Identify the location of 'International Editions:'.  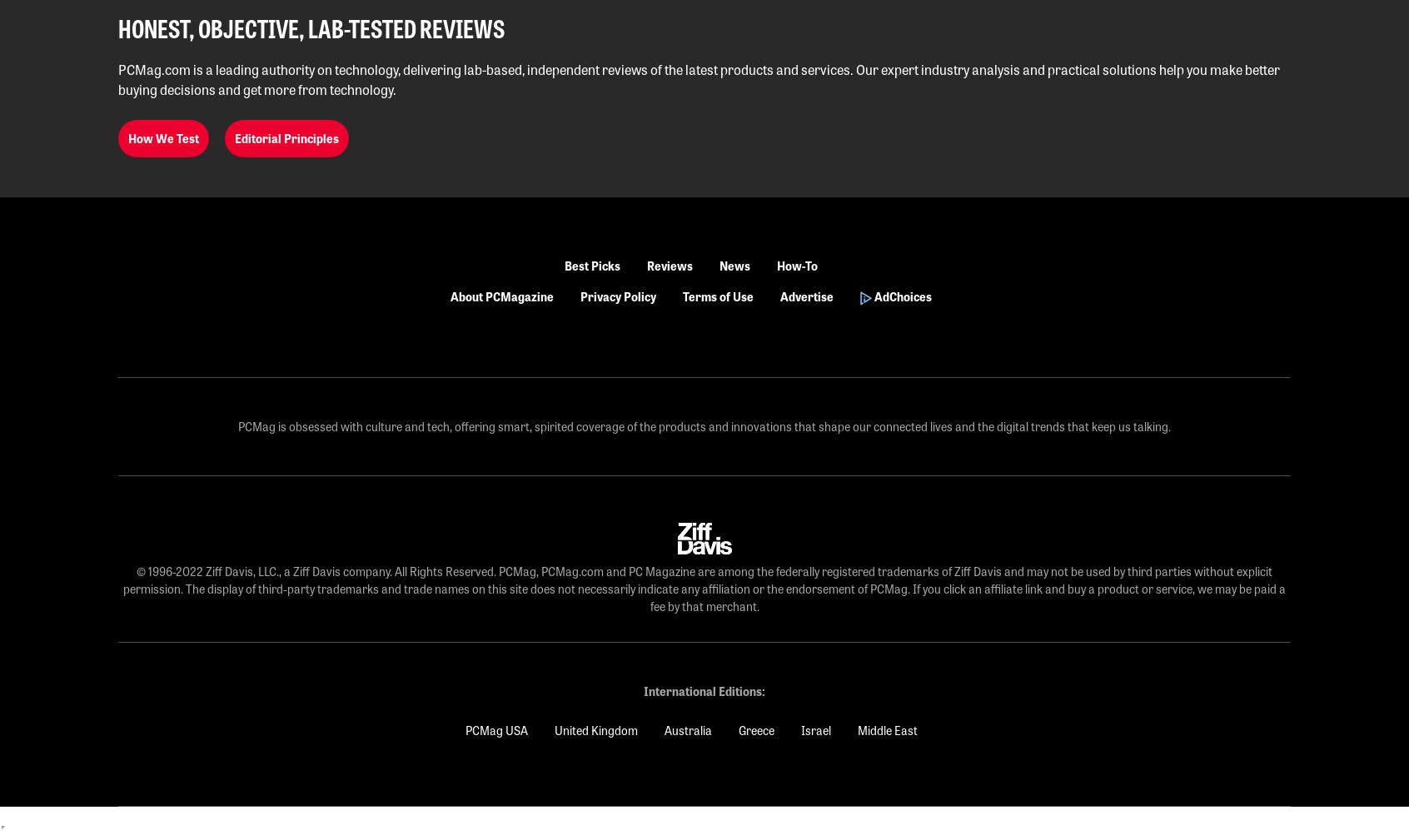
(704, 691).